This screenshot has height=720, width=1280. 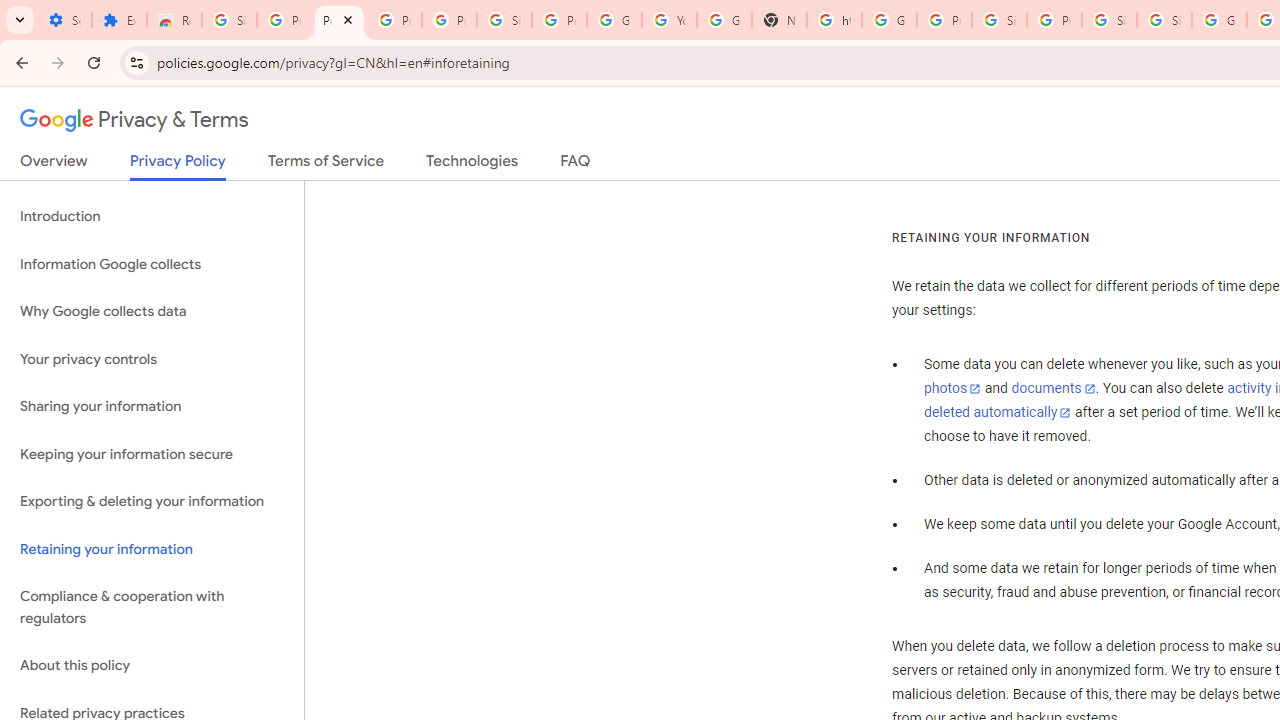 What do you see at coordinates (833, 20) in the screenshot?
I see `'https://scholar.google.com/'` at bounding box center [833, 20].